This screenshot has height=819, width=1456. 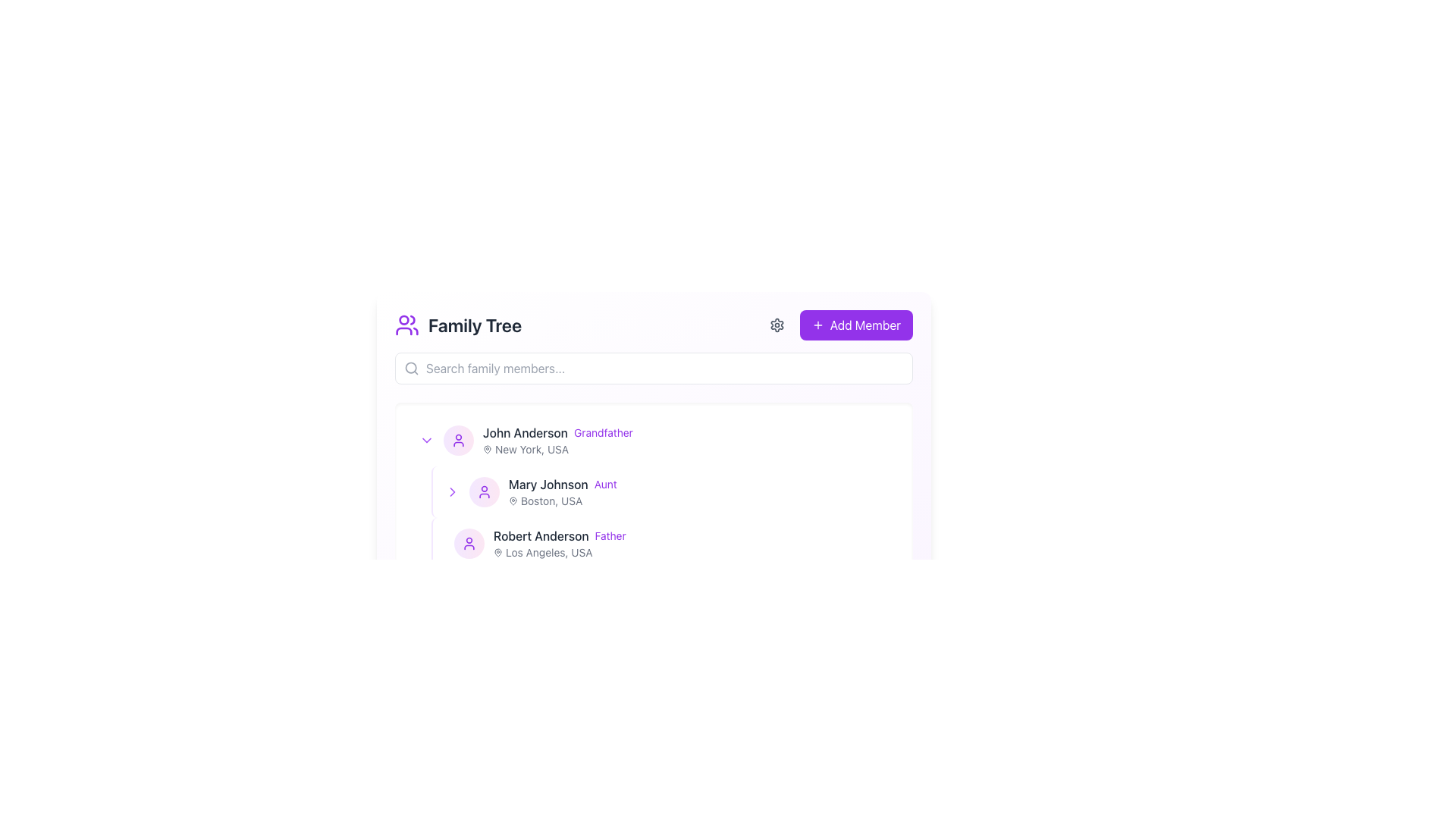 What do you see at coordinates (654, 491) in the screenshot?
I see `the list item representing Mary Johnson, the aunt from Boston, USA` at bounding box center [654, 491].